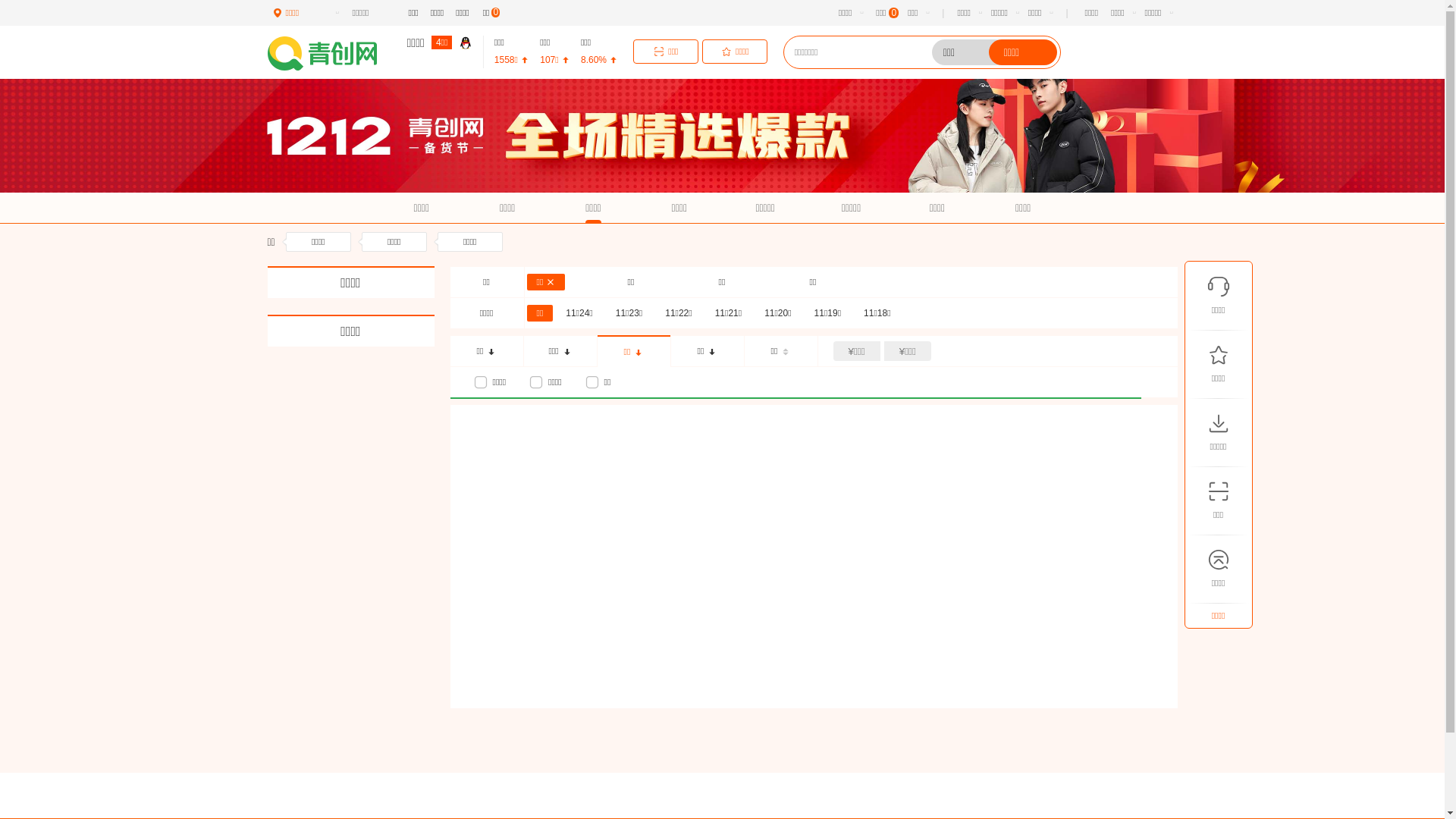 The height and width of the screenshot is (819, 1456). I want to click on '17qcc', so click(266, 52).